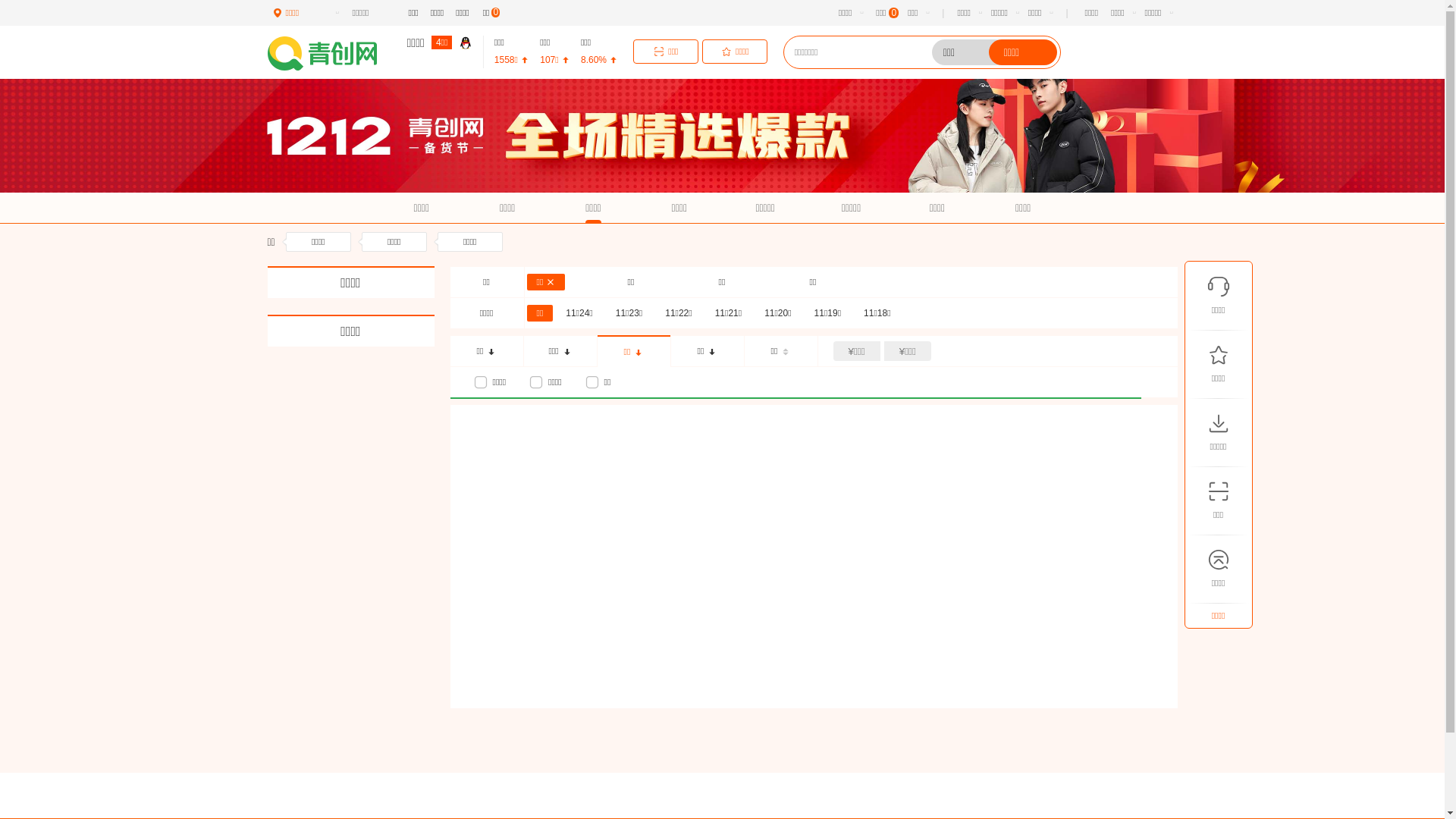 The height and width of the screenshot is (819, 1456). I want to click on '17qcc', so click(266, 52).